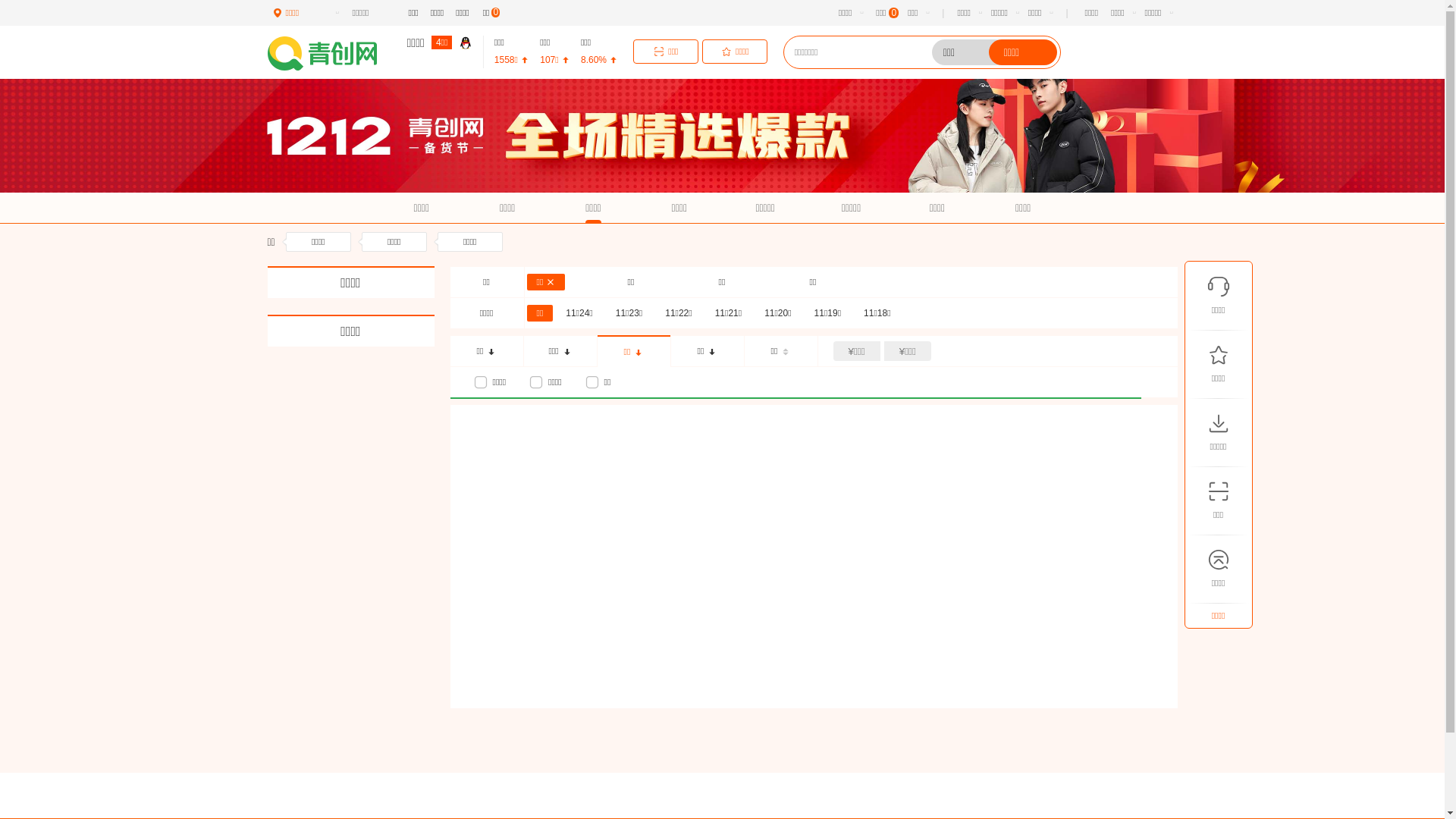 The height and width of the screenshot is (819, 1456). I want to click on '17qcc', so click(266, 52).